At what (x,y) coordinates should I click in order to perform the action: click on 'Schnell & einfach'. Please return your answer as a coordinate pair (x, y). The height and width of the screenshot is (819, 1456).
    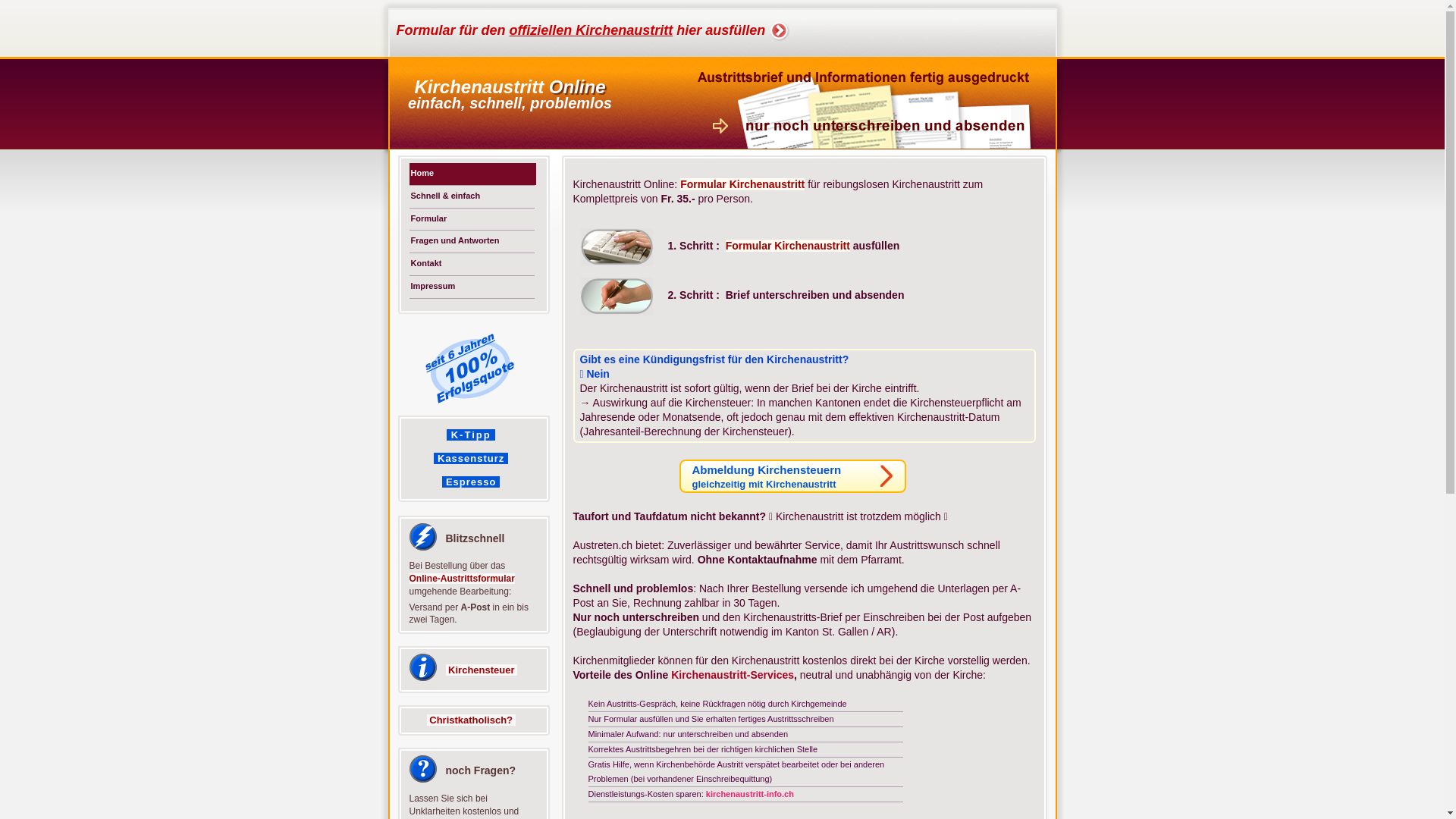
    Looking at the image, I should click on (409, 196).